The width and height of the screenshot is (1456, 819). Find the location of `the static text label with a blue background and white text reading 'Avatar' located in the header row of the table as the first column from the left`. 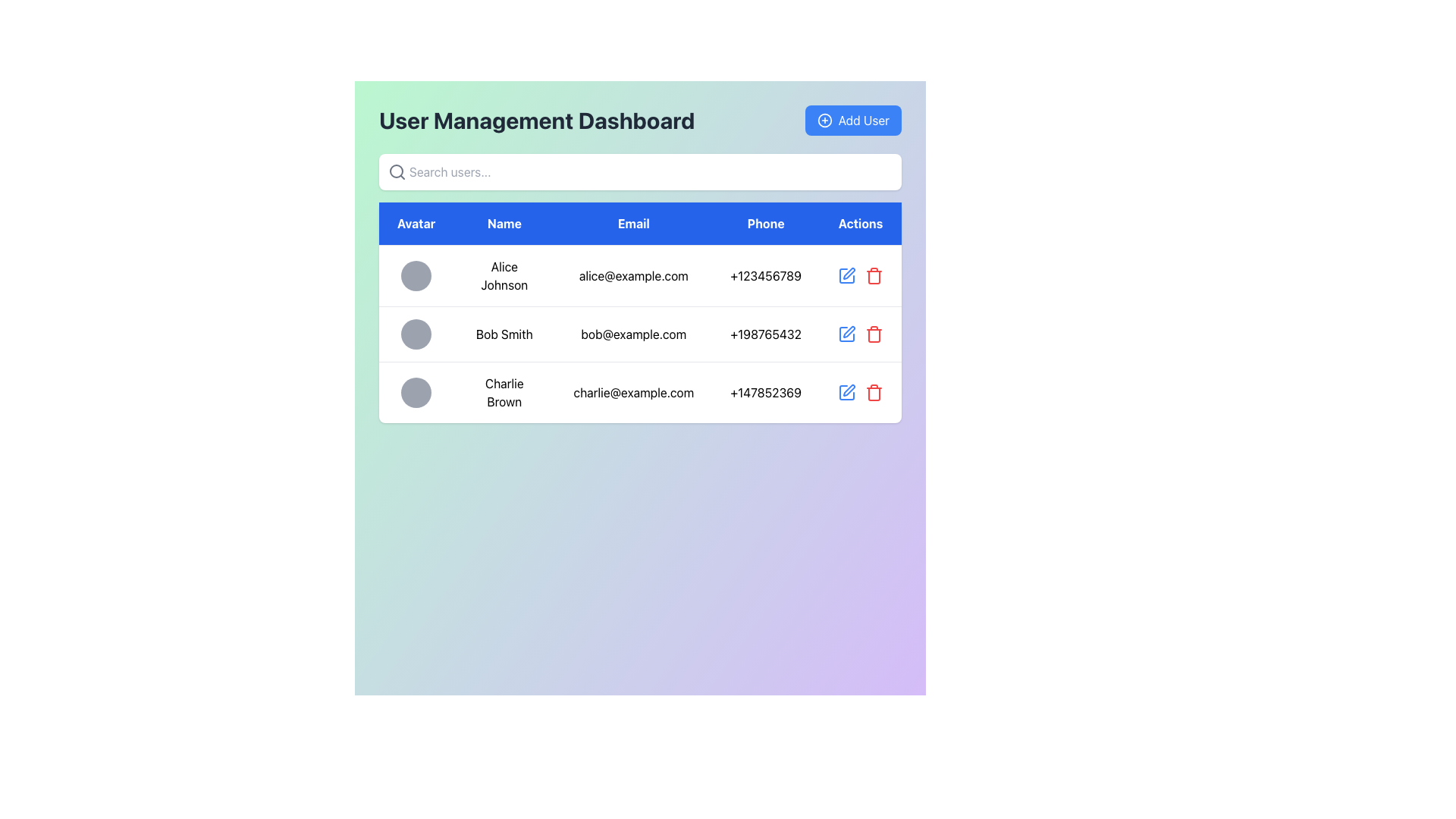

the static text label with a blue background and white text reading 'Avatar' located in the header row of the table as the first column from the left is located at coordinates (416, 224).